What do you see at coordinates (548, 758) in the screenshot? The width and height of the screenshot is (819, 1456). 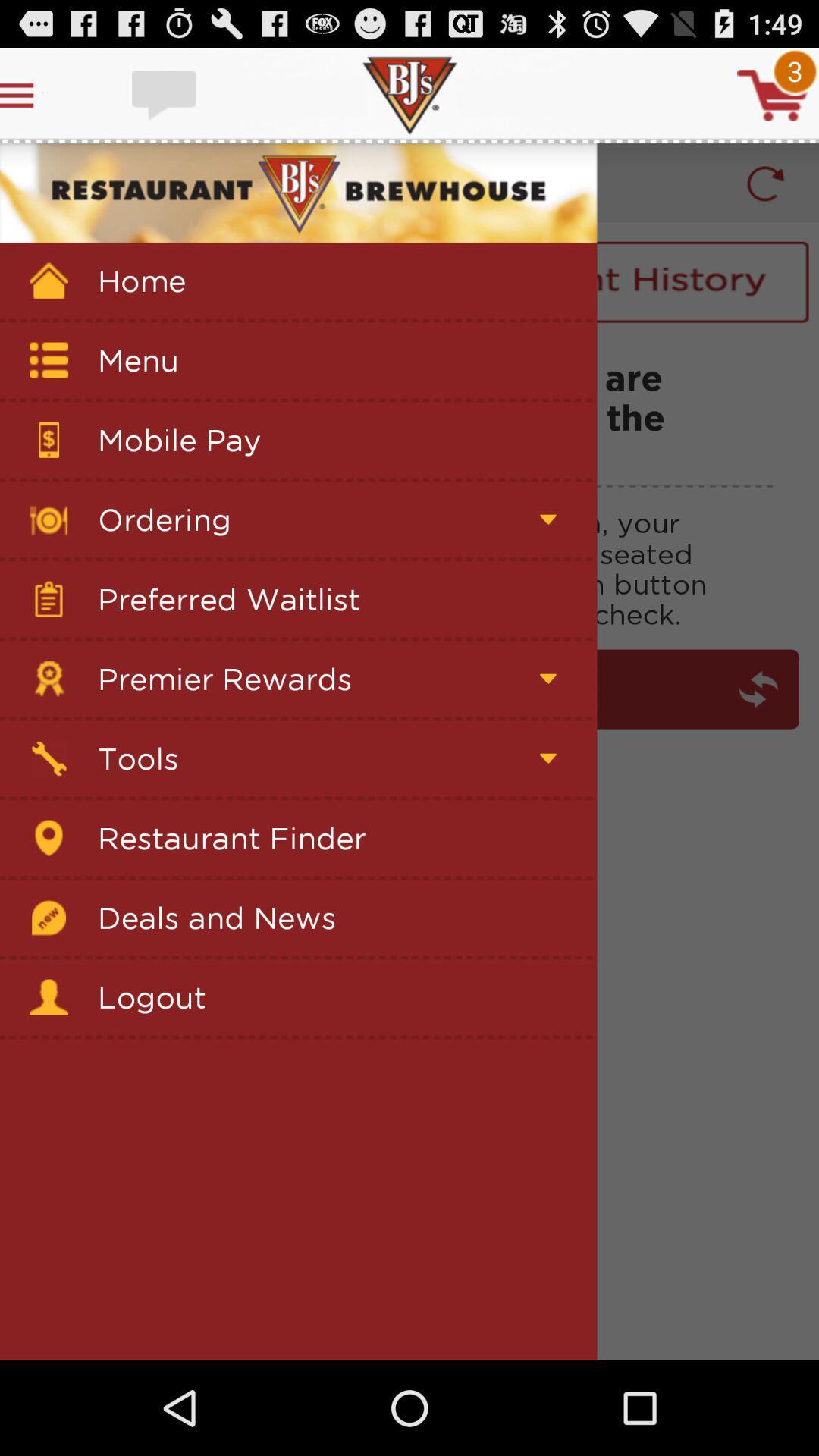 I see `the drop down icon which is right side of the text tools` at bounding box center [548, 758].